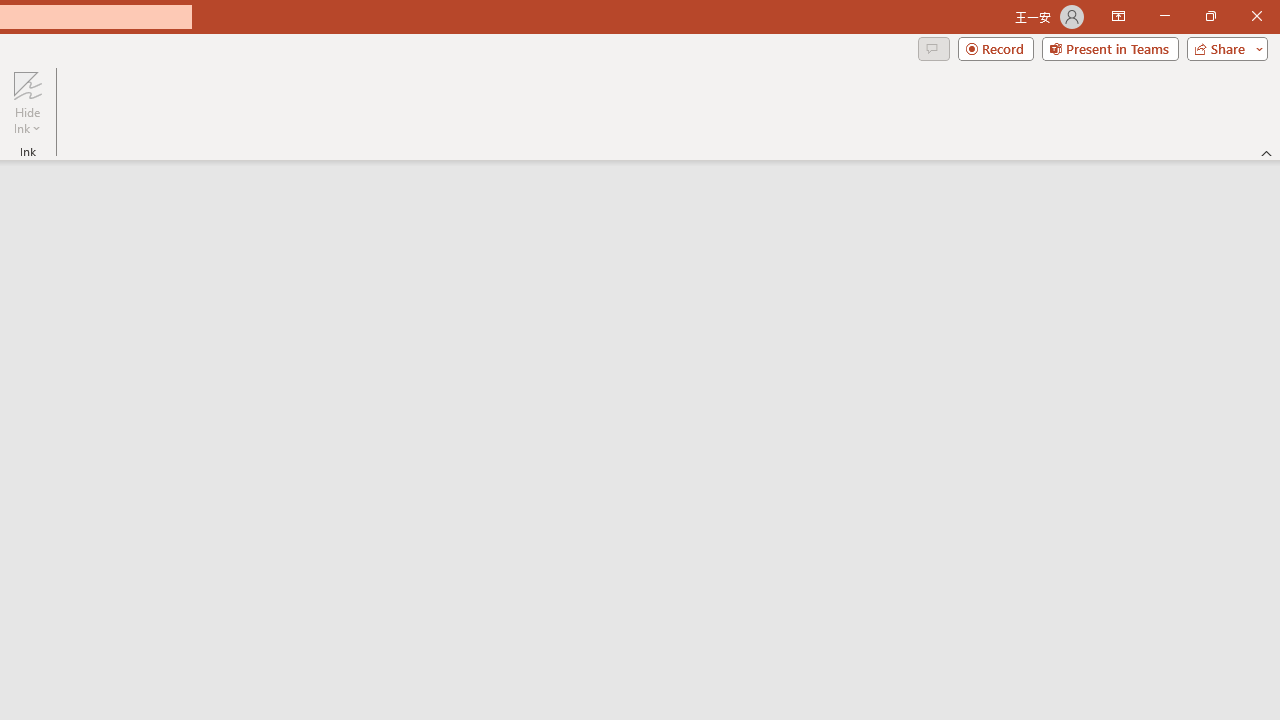 Image resolution: width=1280 pixels, height=720 pixels. I want to click on 'Present in Teams', so click(1109, 47).